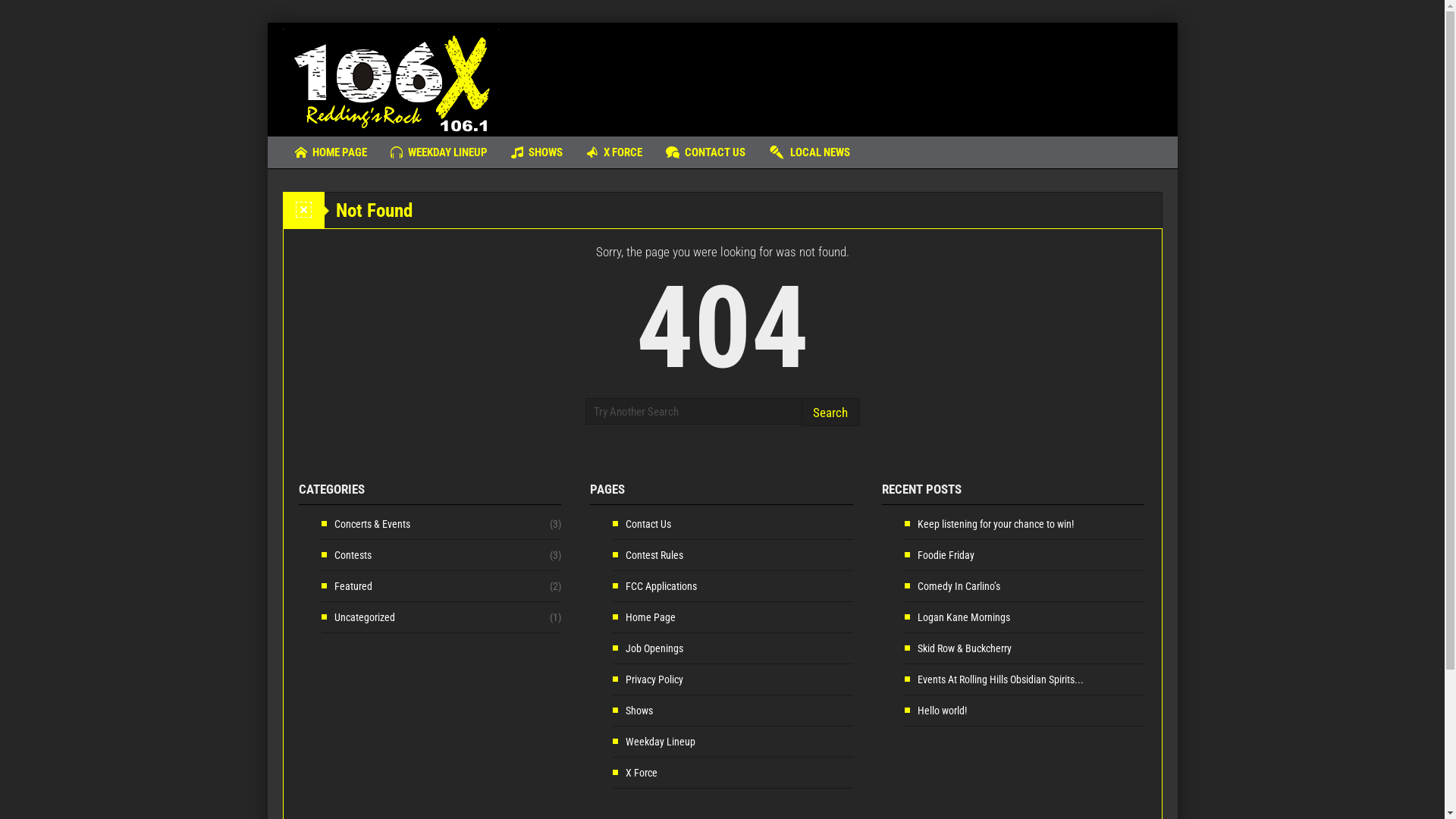 This screenshot has width=1456, height=819. What do you see at coordinates (390, 79) in the screenshot?
I see `'Redding's Rock 106X'` at bounding box center [390, 79].